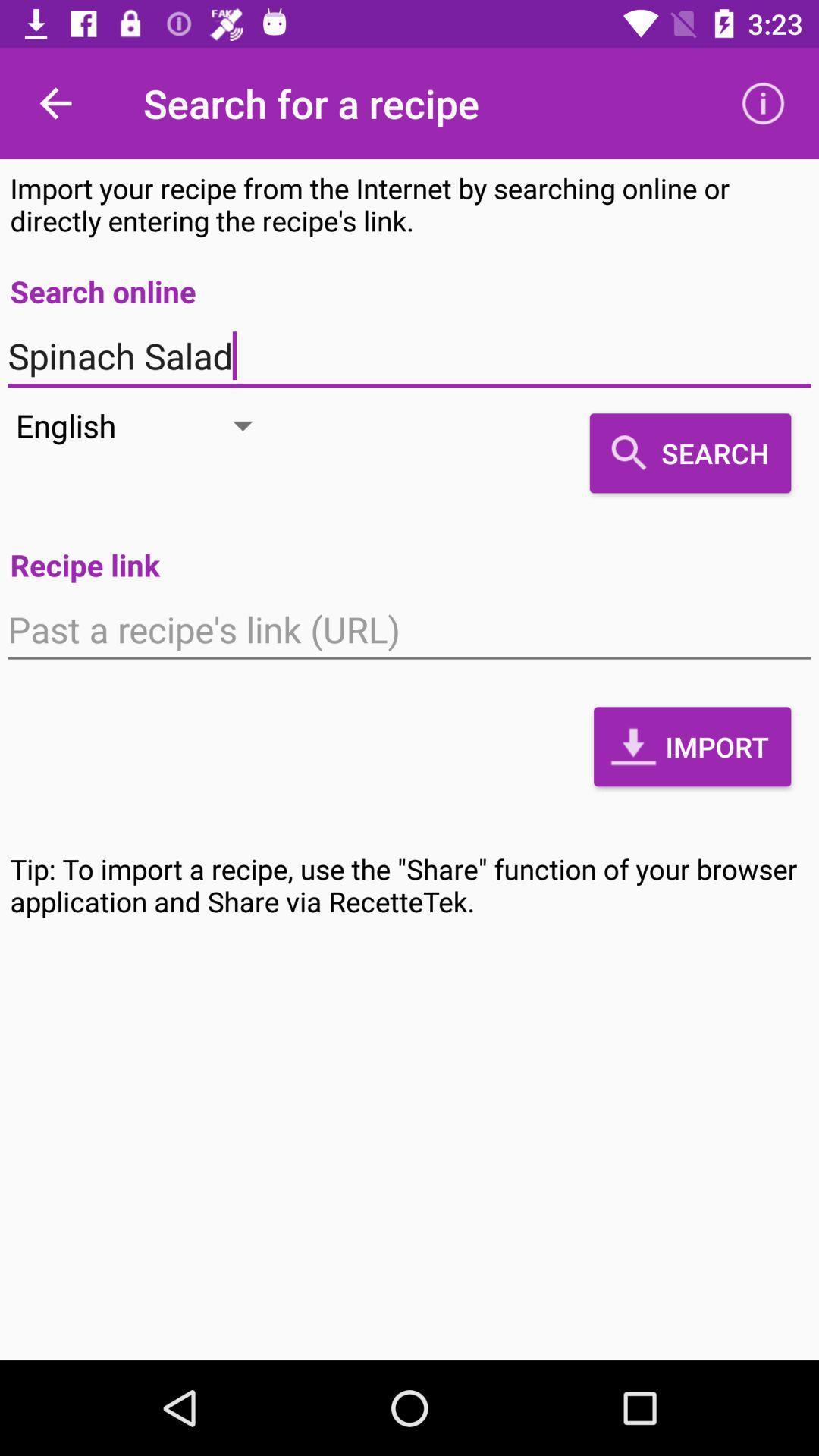 This screenshot has width=819, height=1456. I want to click on spinach salad, so click(409, 356).